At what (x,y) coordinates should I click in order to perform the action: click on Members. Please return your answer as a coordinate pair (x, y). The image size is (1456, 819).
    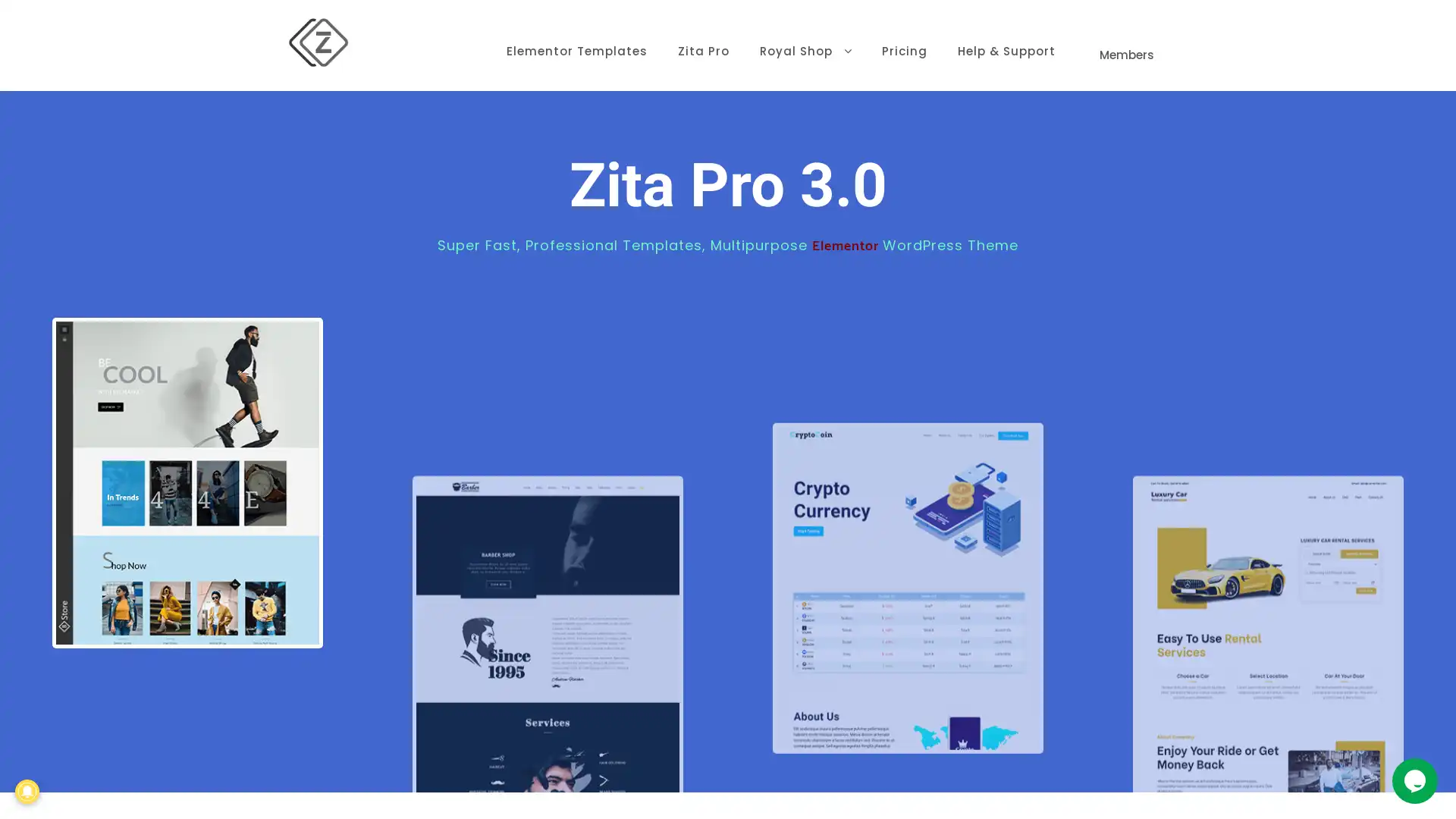
    Looking at the image, I should click on (1124, 34).